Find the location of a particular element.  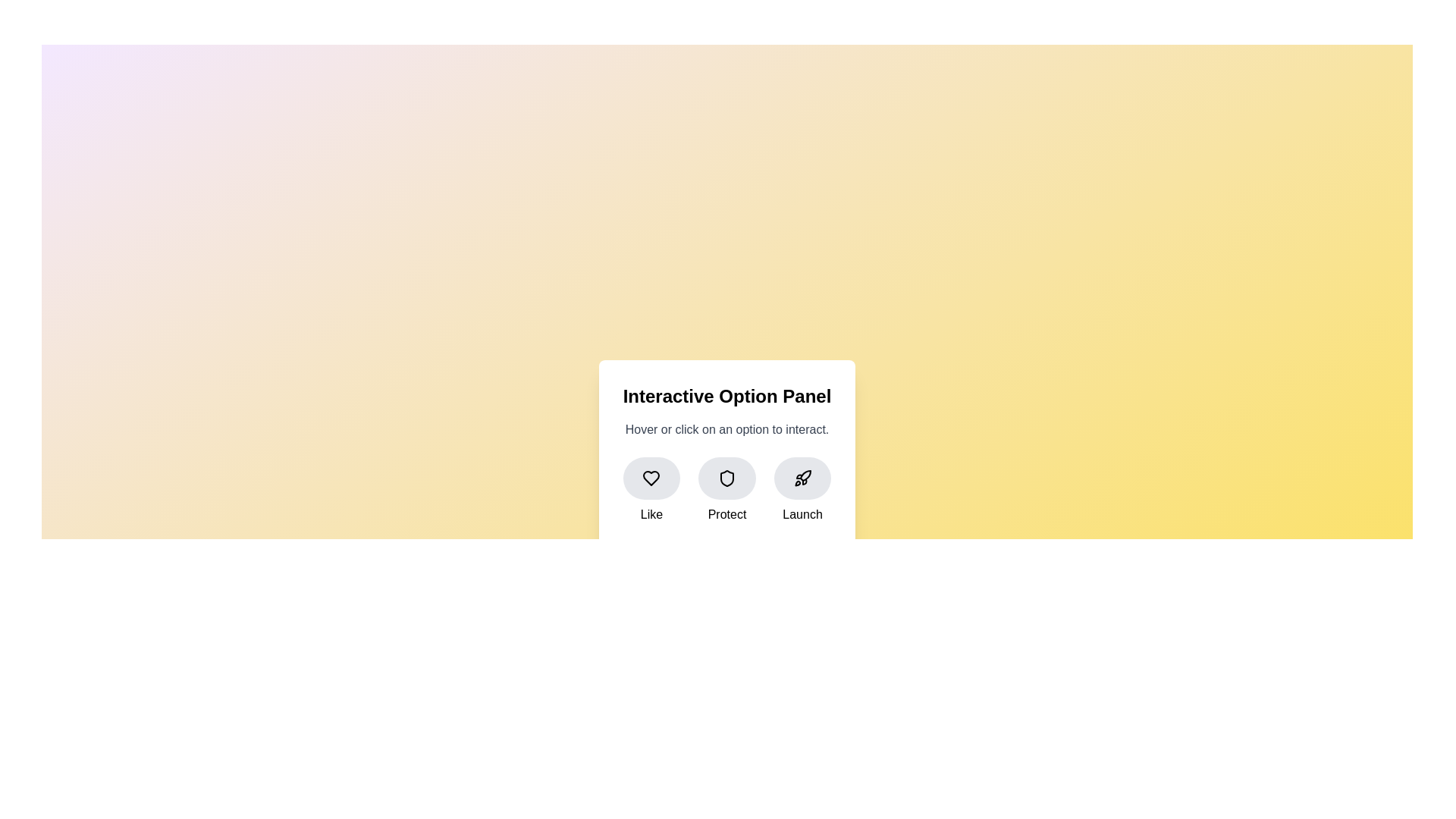

the 'Like' icon button, which is the first element from the left in the row of three options (Like, Protect, Launch) located at the center of the interactive panel is located at coordinates (651, 479).